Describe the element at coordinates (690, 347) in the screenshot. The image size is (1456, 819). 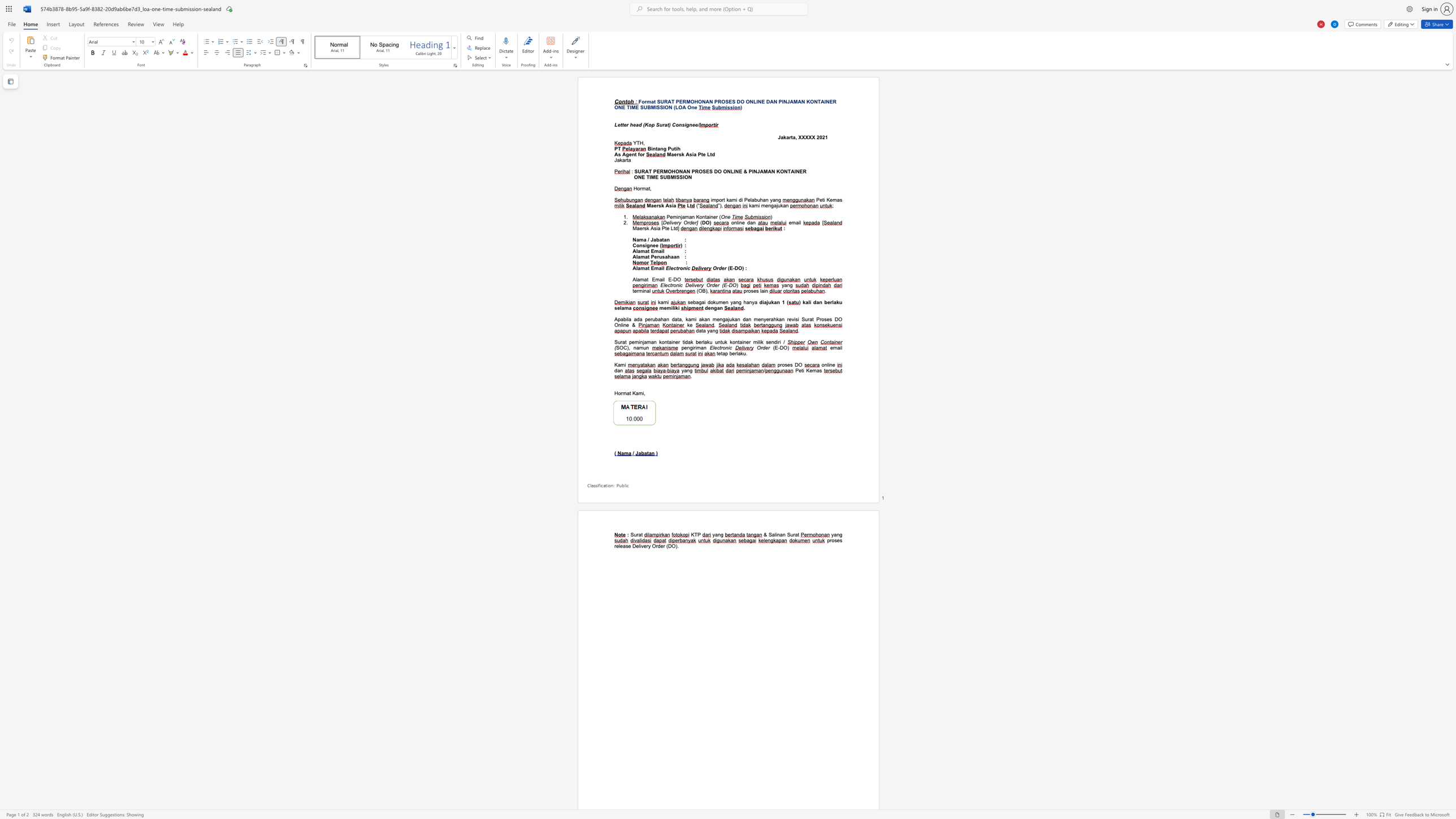
I see `the space between the continuous character "n" and "g" in the text` at that location.